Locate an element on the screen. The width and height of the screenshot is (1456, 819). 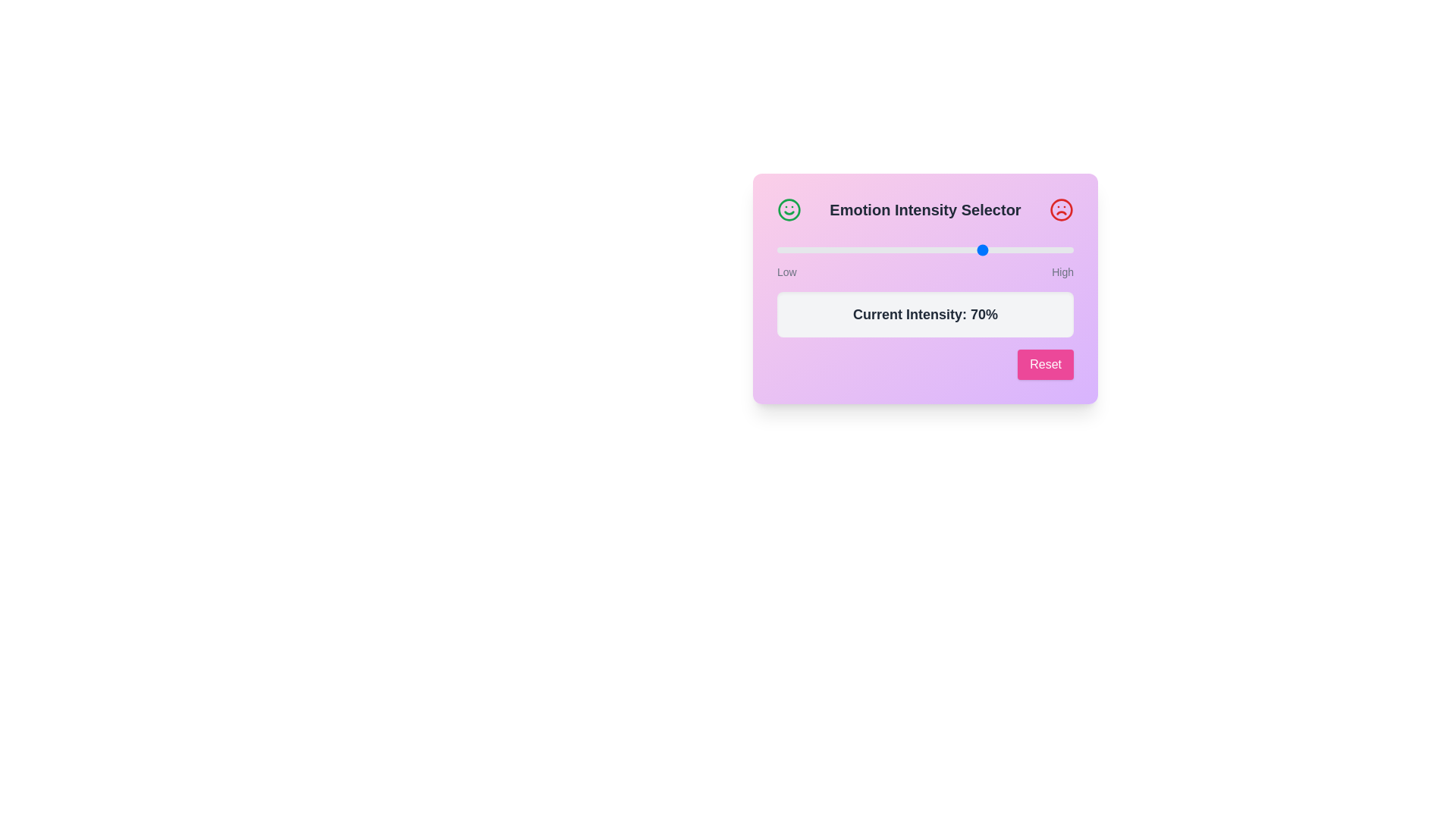
the reset button to reset the intensity value to its default is located at coordinates (1044, 365).